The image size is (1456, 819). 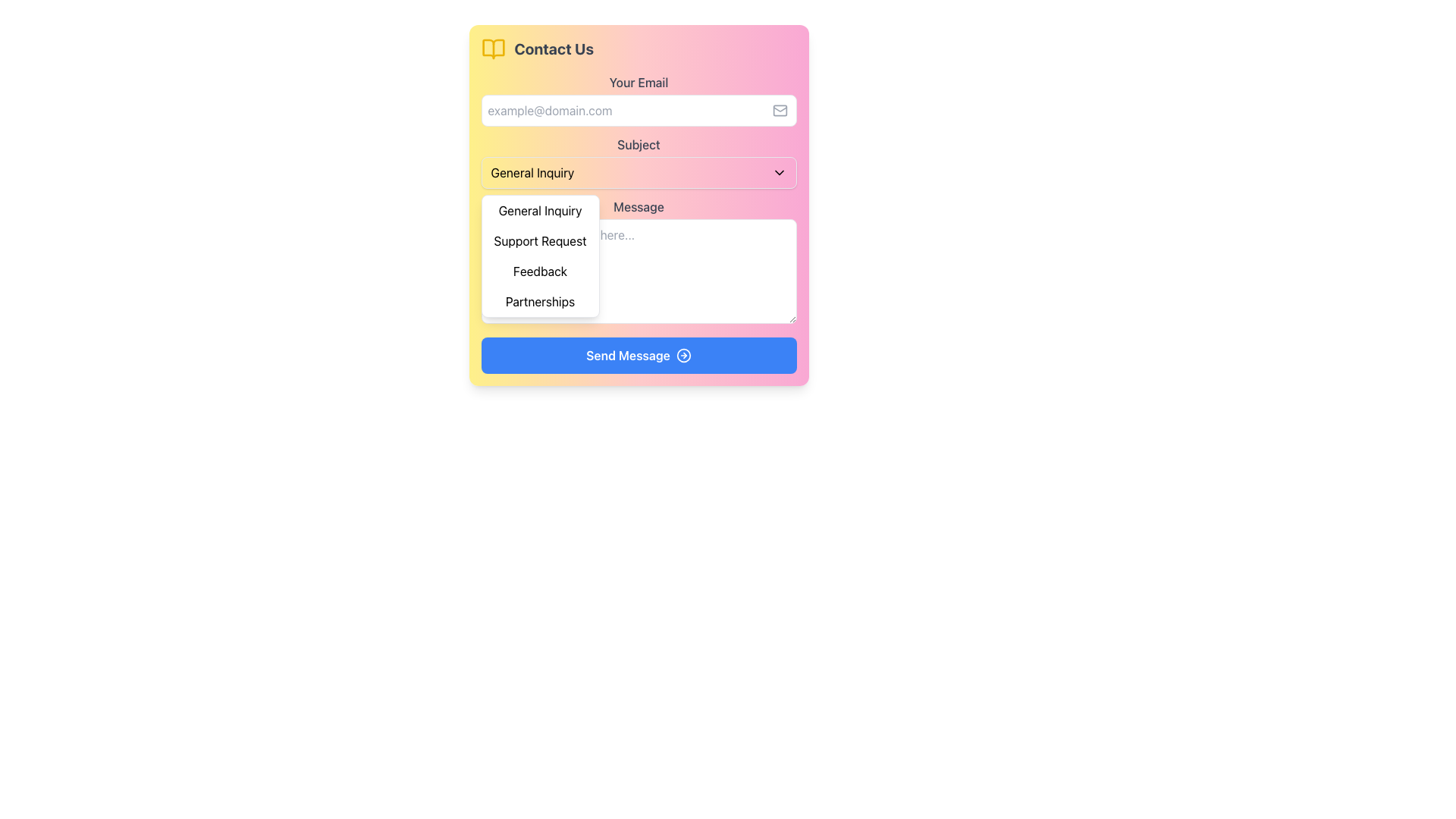 What do you see at coordinates (779, 110) in the screenshot?
I see `the email icon` at bounding box center [779, 110].